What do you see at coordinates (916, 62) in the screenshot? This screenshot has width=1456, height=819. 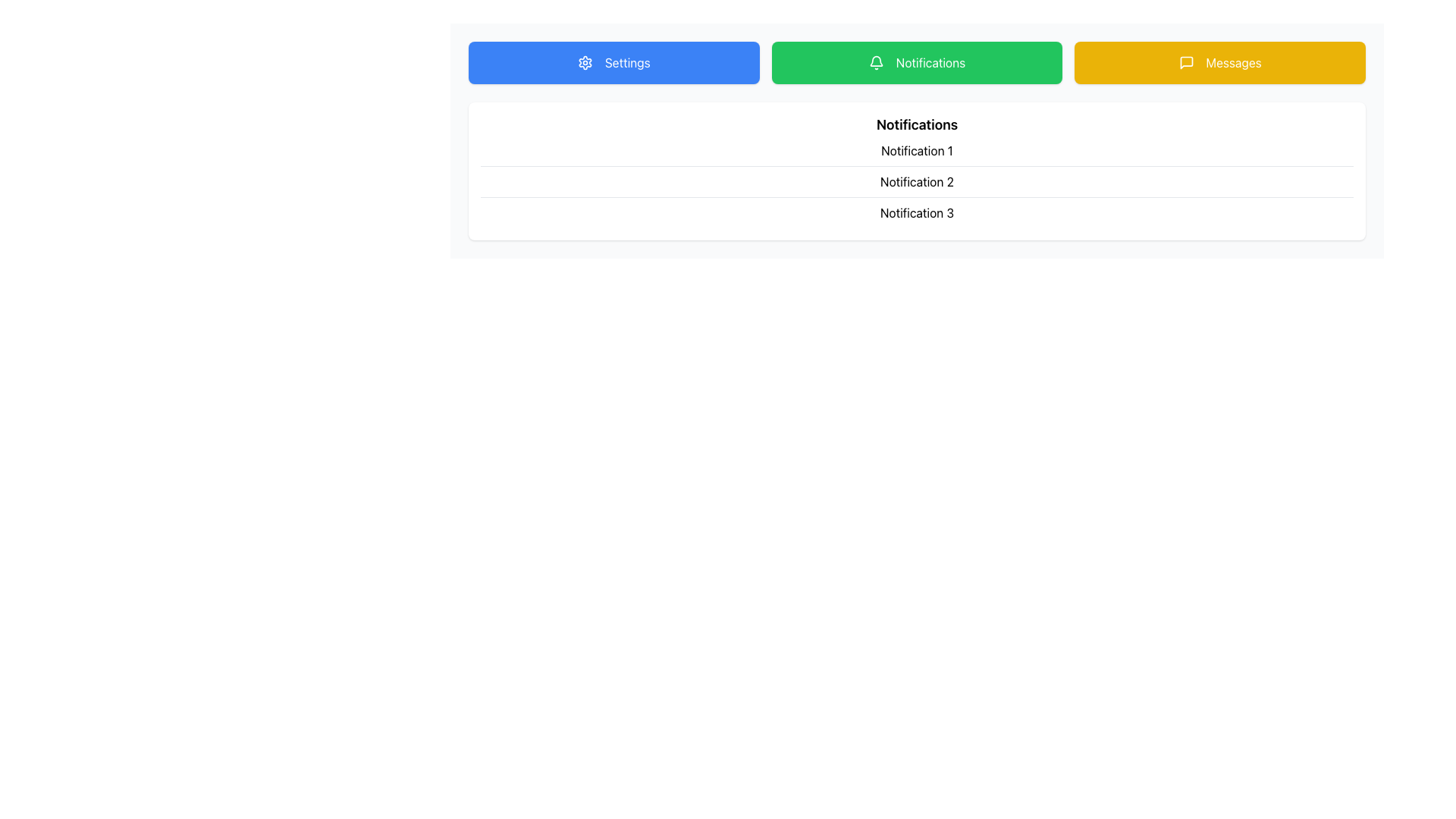 I see `the notifications button located between the 'Settings' button and the 'Messages' button in the top center of the interface` at bounding box center [916, 62].